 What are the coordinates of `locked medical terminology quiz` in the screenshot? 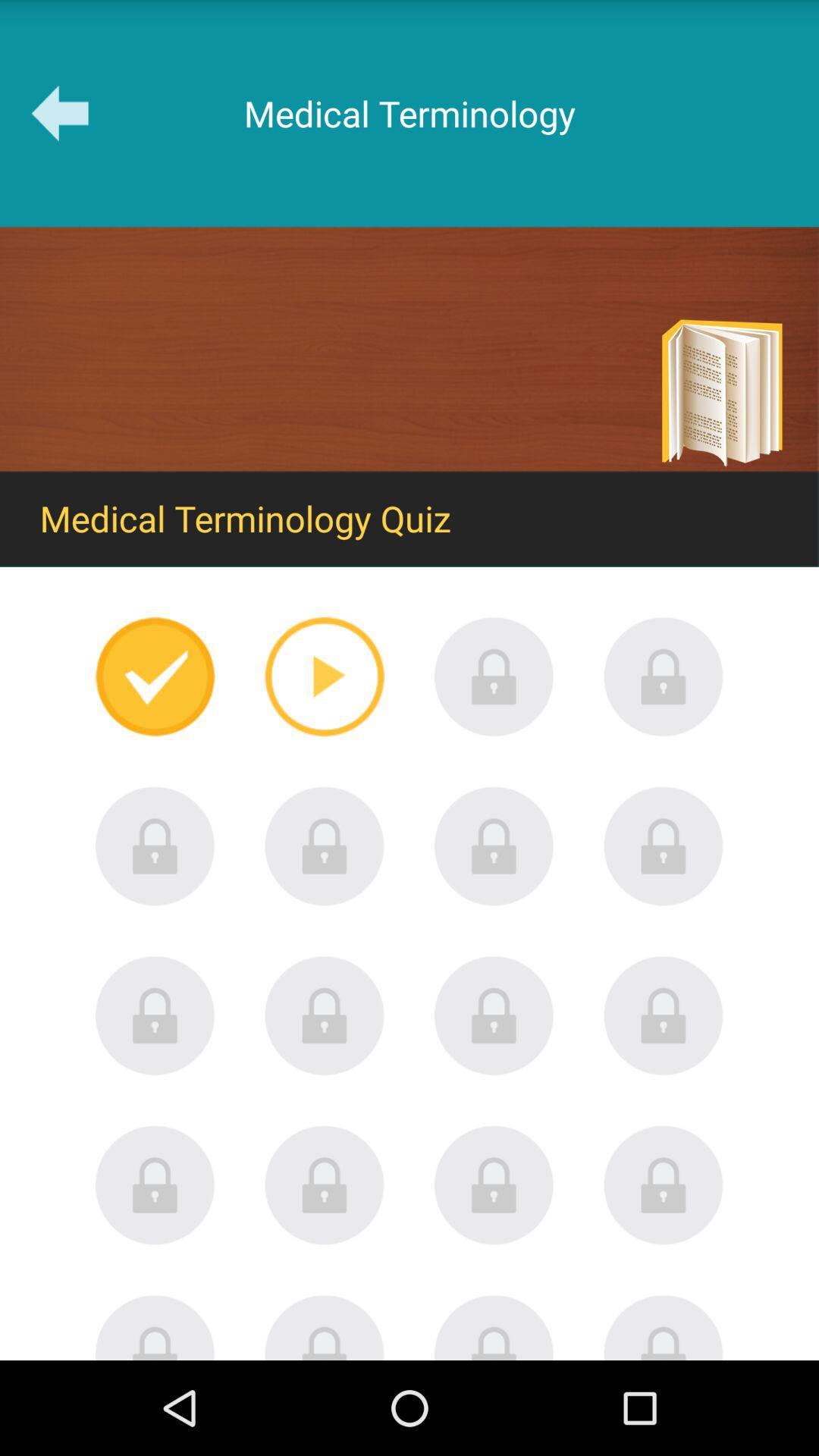 It's located at (324, 1185).